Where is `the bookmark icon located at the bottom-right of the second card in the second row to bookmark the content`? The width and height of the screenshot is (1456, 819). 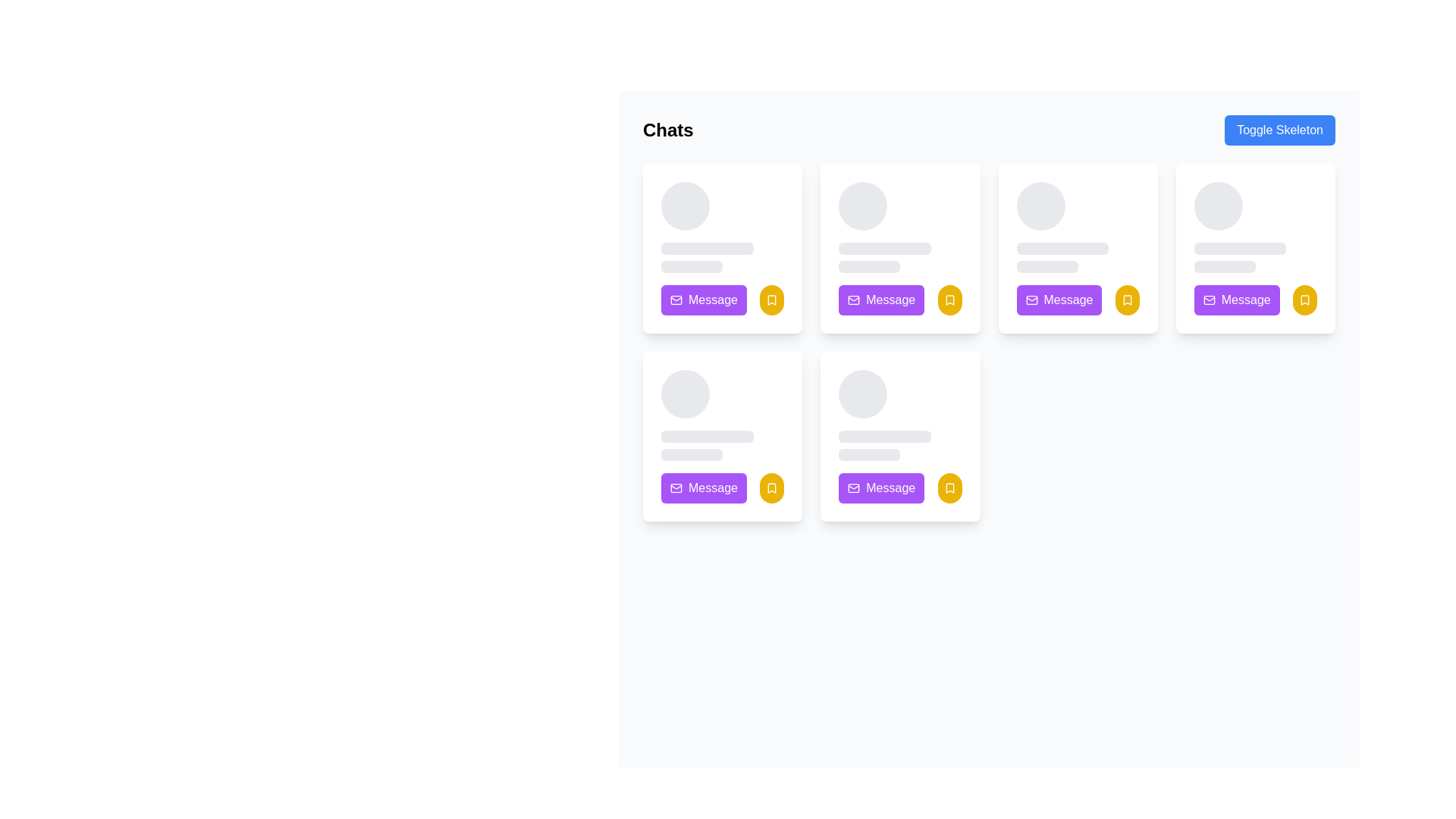
the bookmark icon located at the bottom-right of the second card in the second row to bookmark the content is located at coordinates (772, 488).